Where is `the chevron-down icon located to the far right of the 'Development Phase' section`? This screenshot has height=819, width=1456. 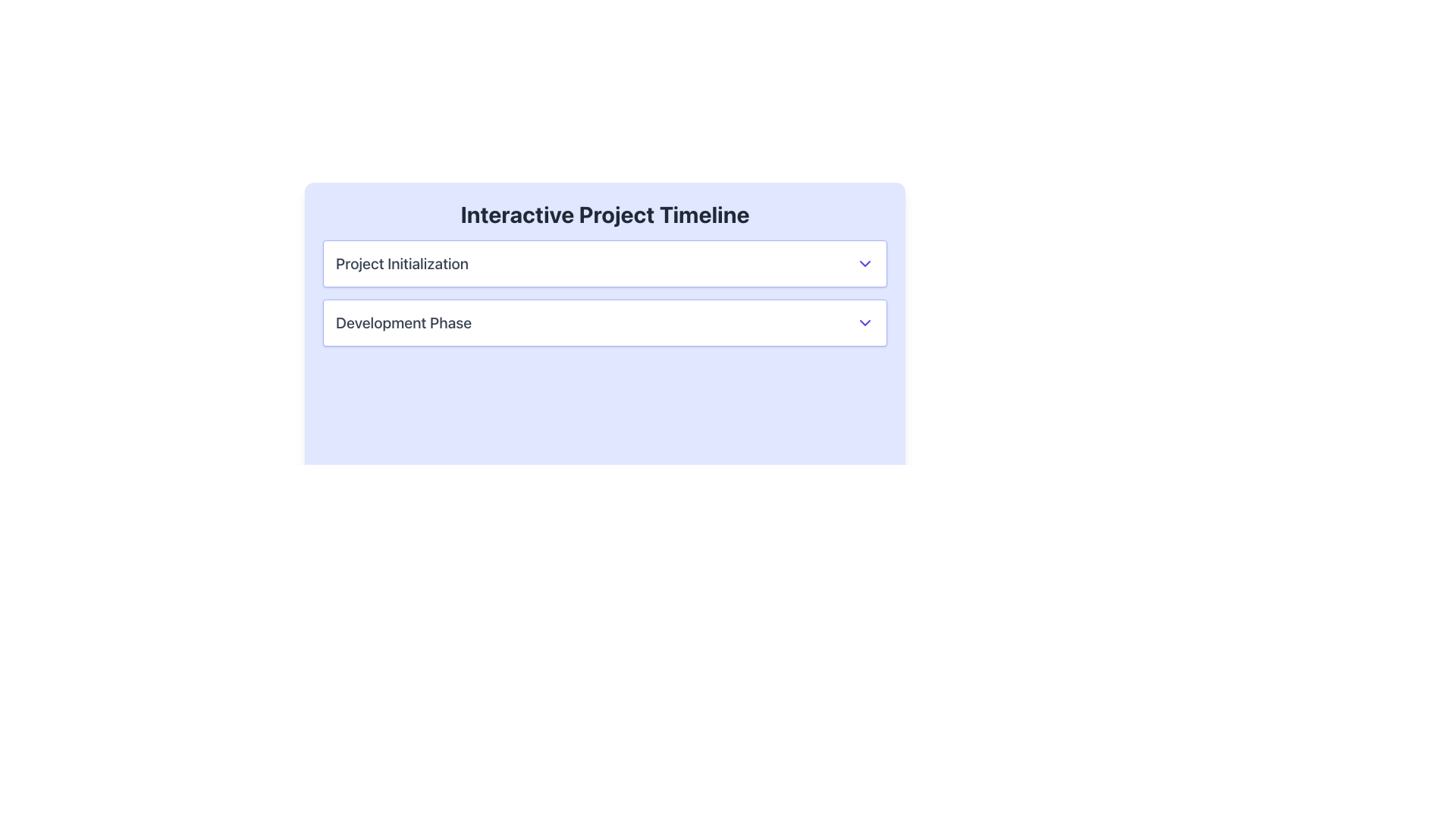
the chevron-down icon located to the far right of the 'Development Phase' section is located at coordinates (865, 322).